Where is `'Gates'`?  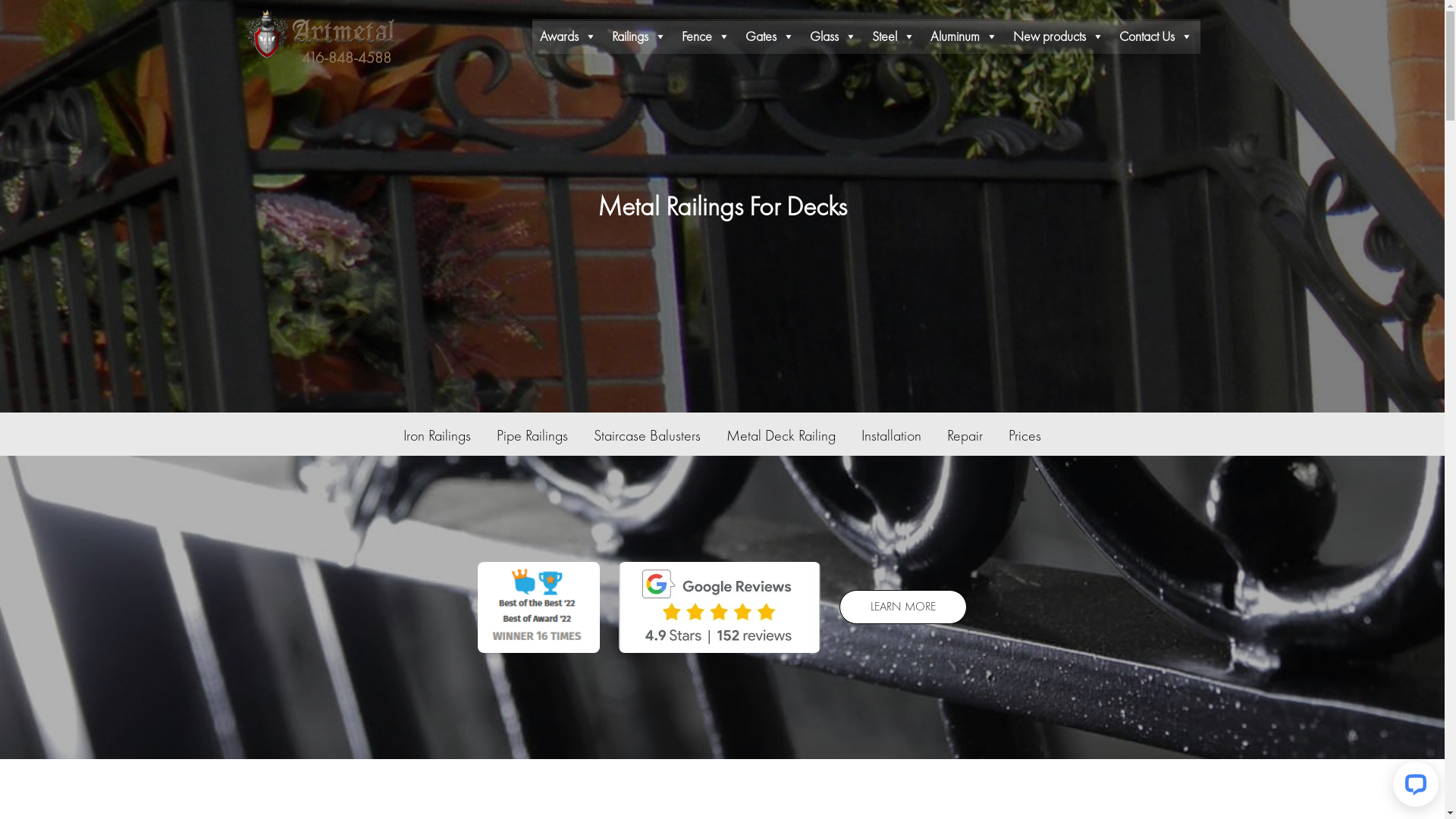 'Gates' is located at coordinates (769, 35).